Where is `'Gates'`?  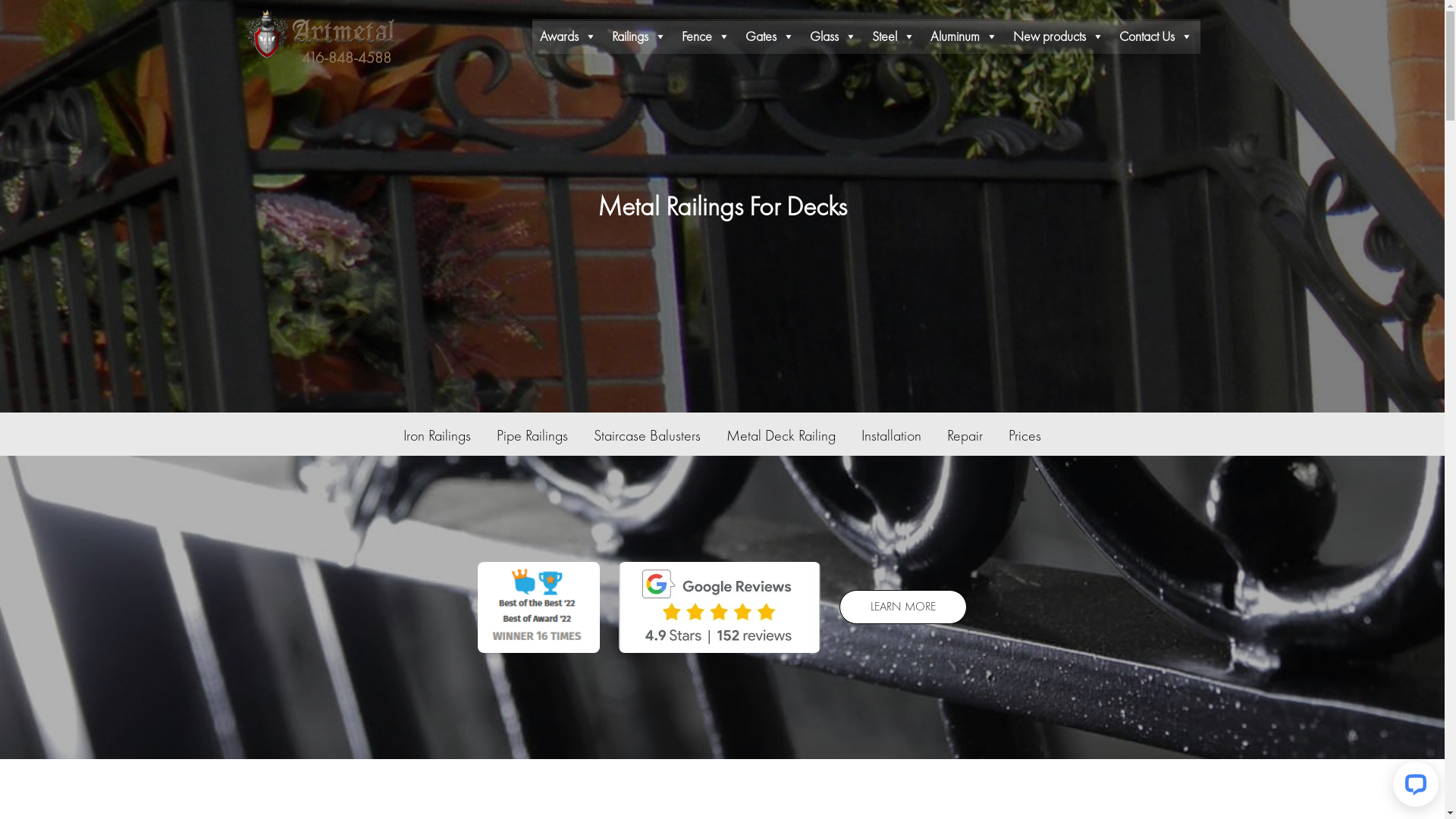 'Gates' is located at coordinates (769, 35).